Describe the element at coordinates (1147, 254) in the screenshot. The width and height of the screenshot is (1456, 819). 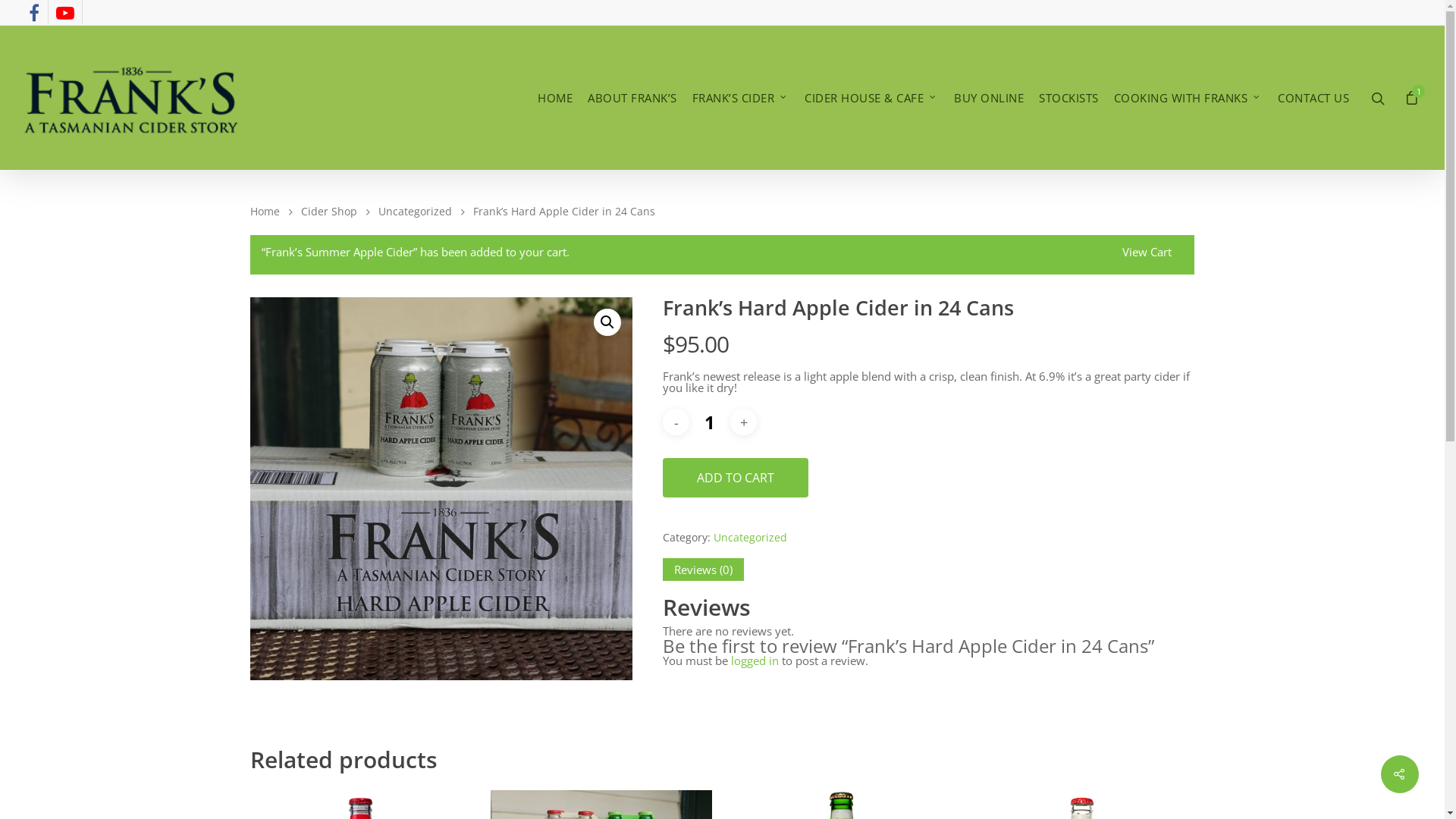
I see `'View Cart'` at that location.